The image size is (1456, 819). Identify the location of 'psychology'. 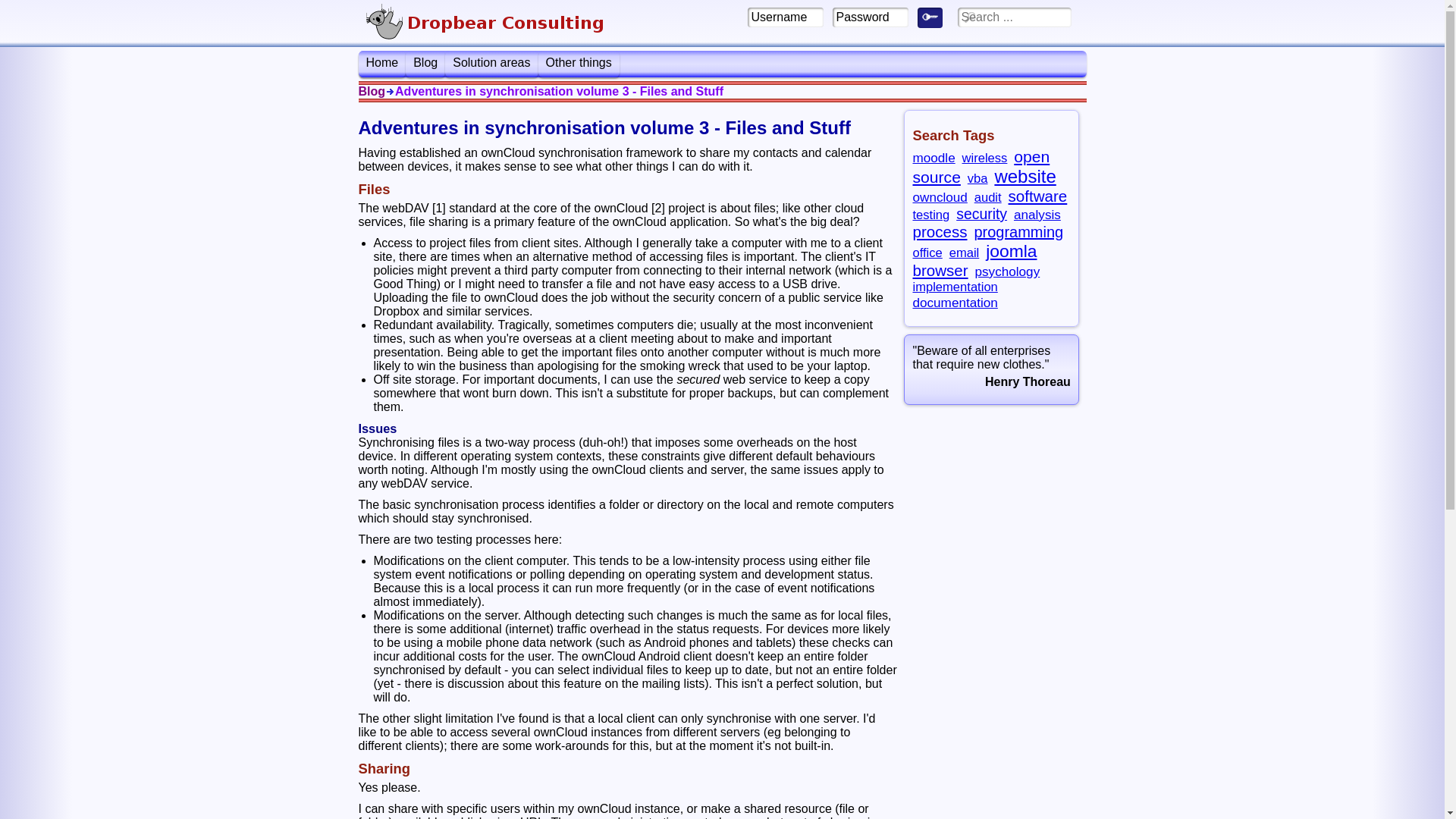
(1008, 271).